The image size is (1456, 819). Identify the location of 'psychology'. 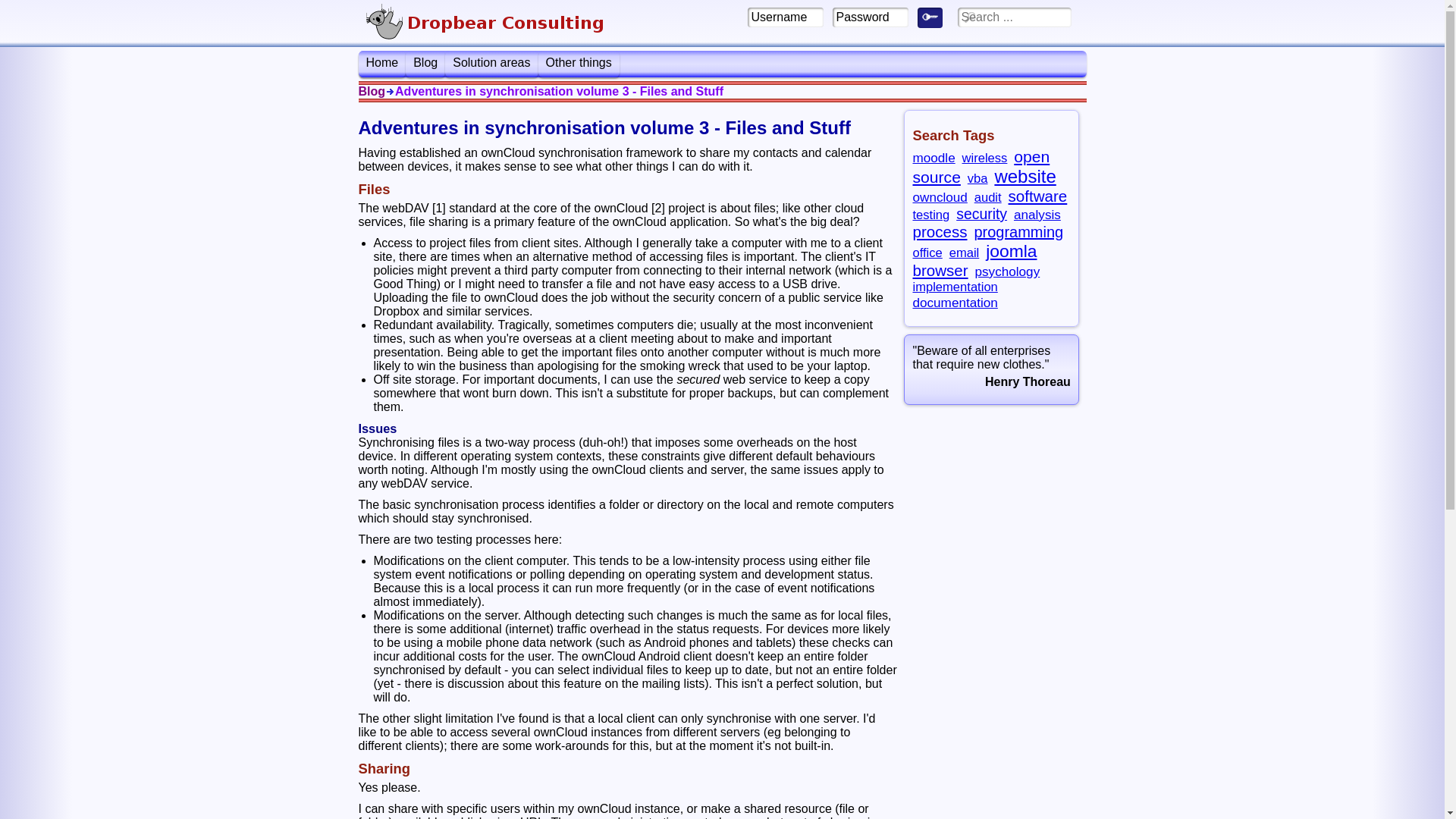
(1008, 271).